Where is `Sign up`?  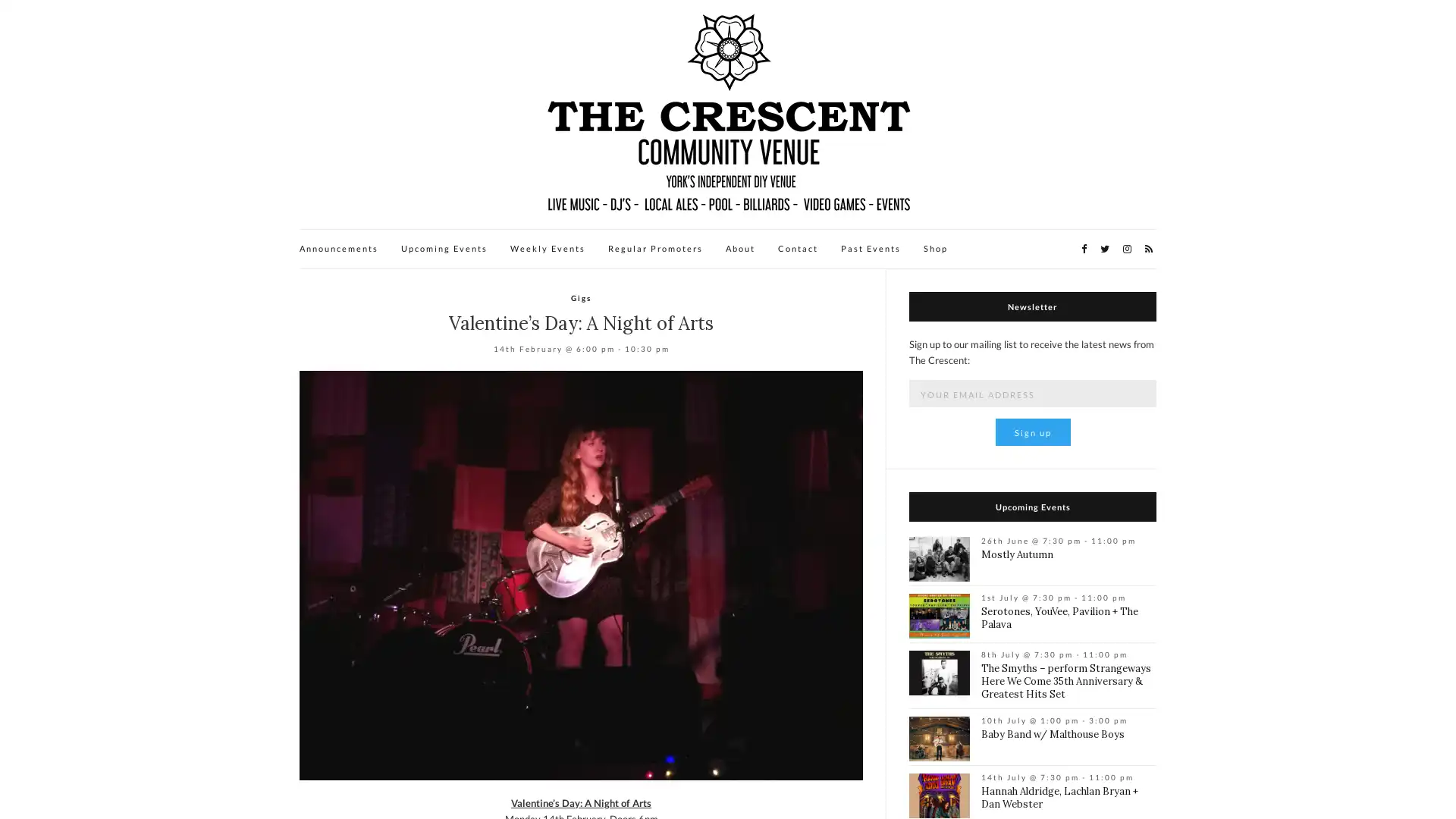
Sign up is located at coordinates (1031, 432).